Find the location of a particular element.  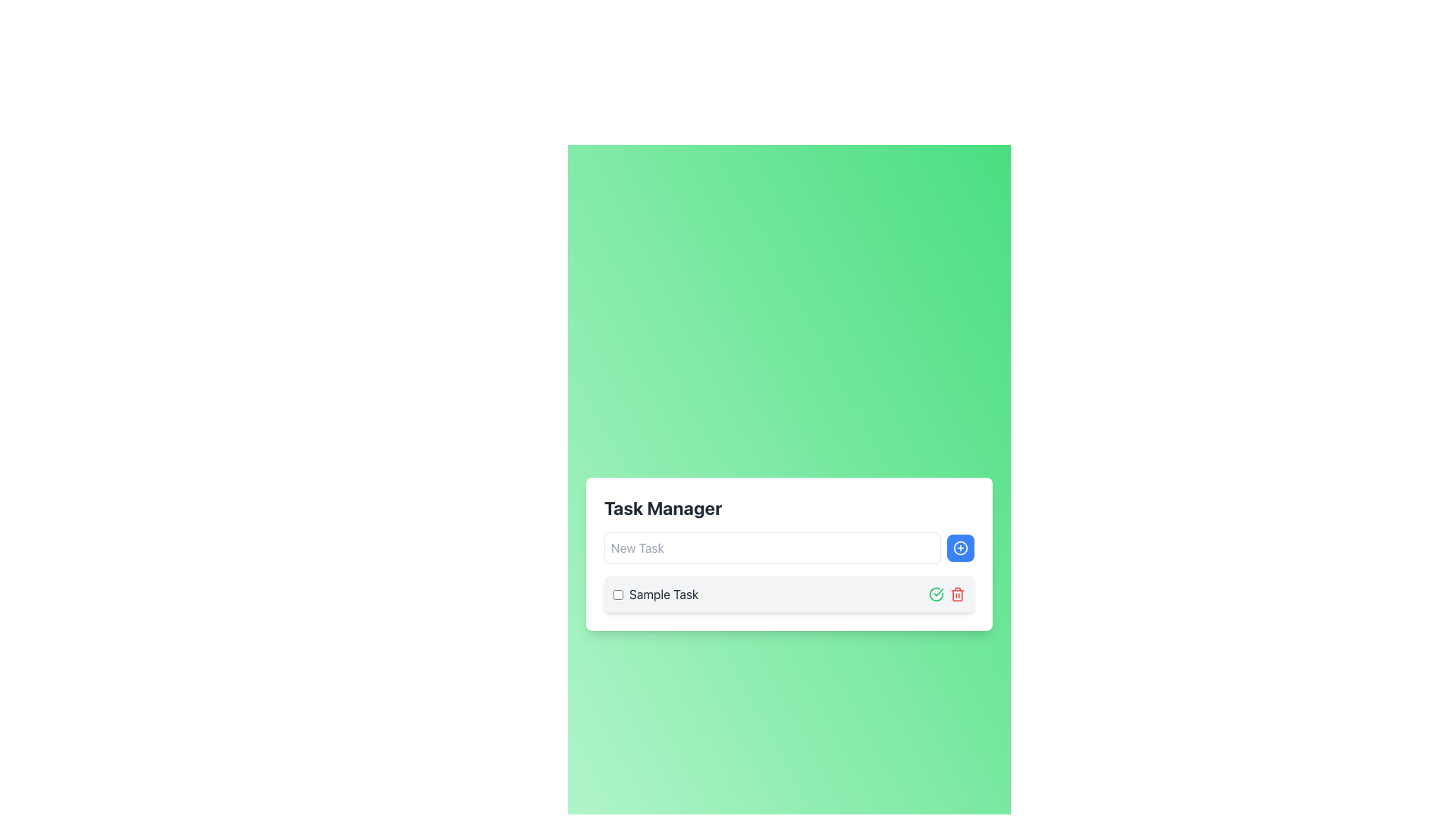

the blue button with a white circular plus icon is located at coordinates (960, 548).